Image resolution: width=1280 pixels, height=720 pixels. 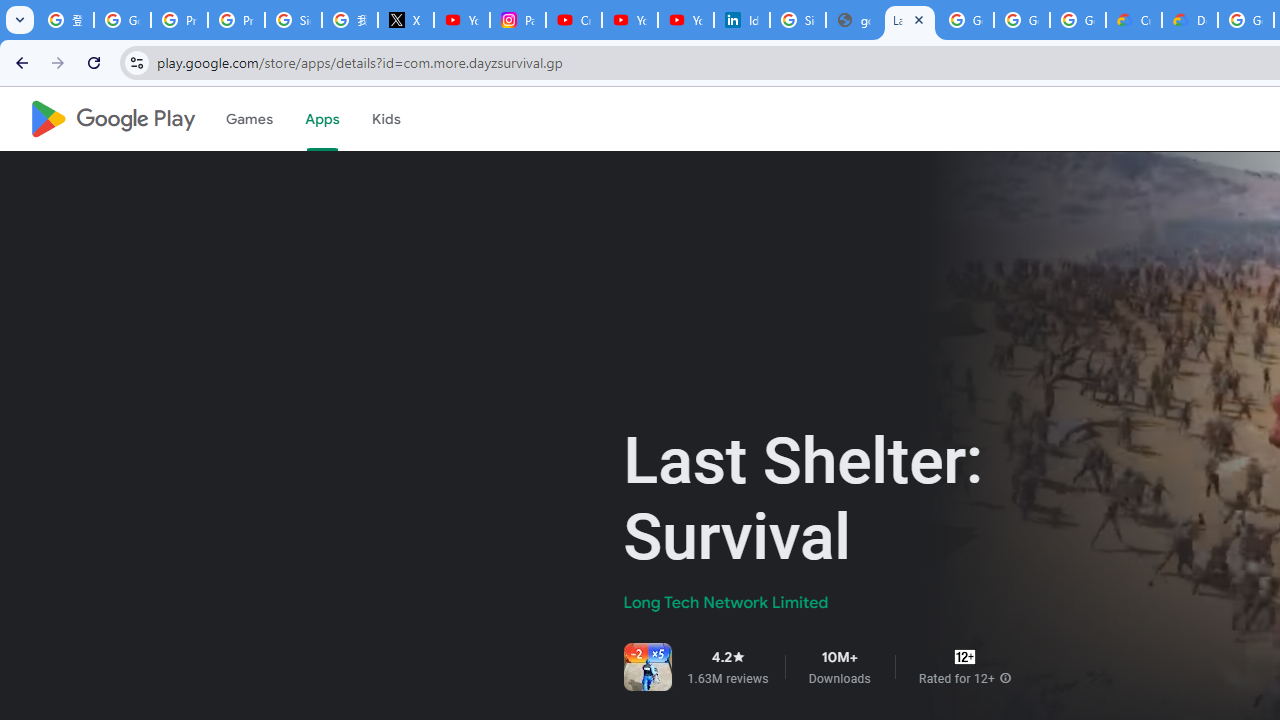 What do you see at coordinates (1022, 20) in the screenshot?
I see `'Google Workspace - Specific Terms'` at bounding box center [1022, 20].